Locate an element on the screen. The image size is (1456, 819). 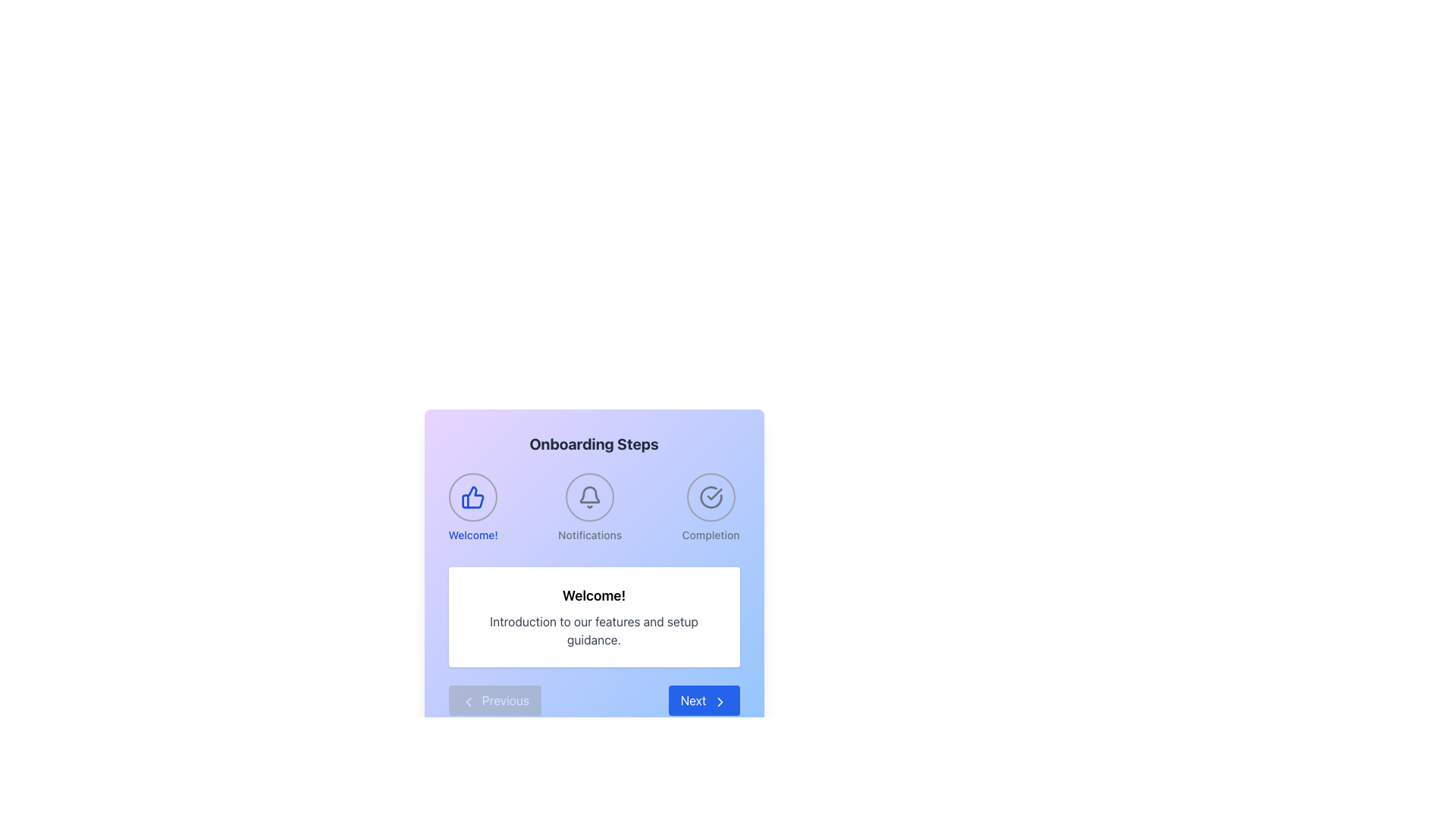
the 'Previous' button, which has a light gray background, rounded edges, and white text with a leftward arrow icon is located at coordinates (494, 701).